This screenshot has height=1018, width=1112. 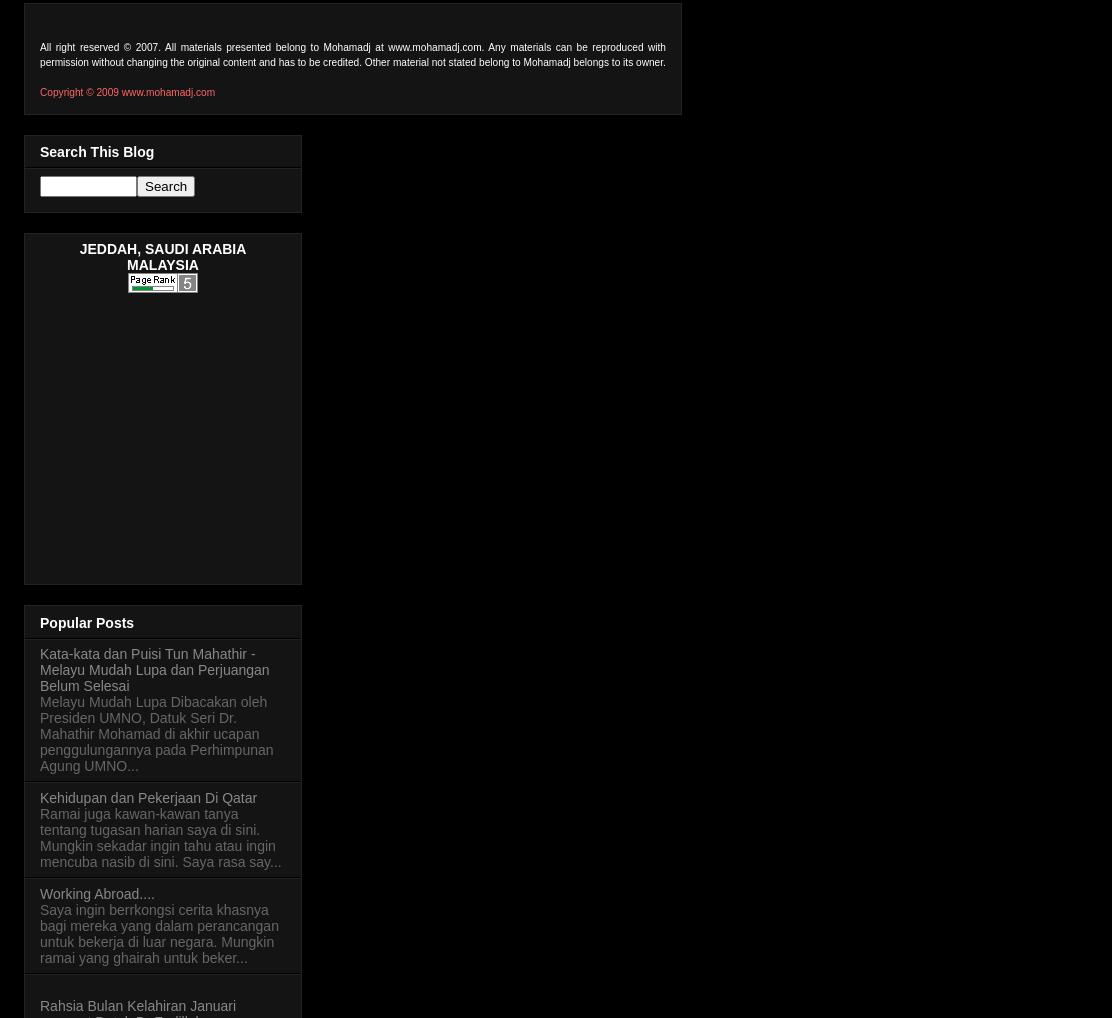 What do you see at coordinates (162, 264) in the screenshot?
I see `'MALAYSIA'` at bounding box center [162, 264].